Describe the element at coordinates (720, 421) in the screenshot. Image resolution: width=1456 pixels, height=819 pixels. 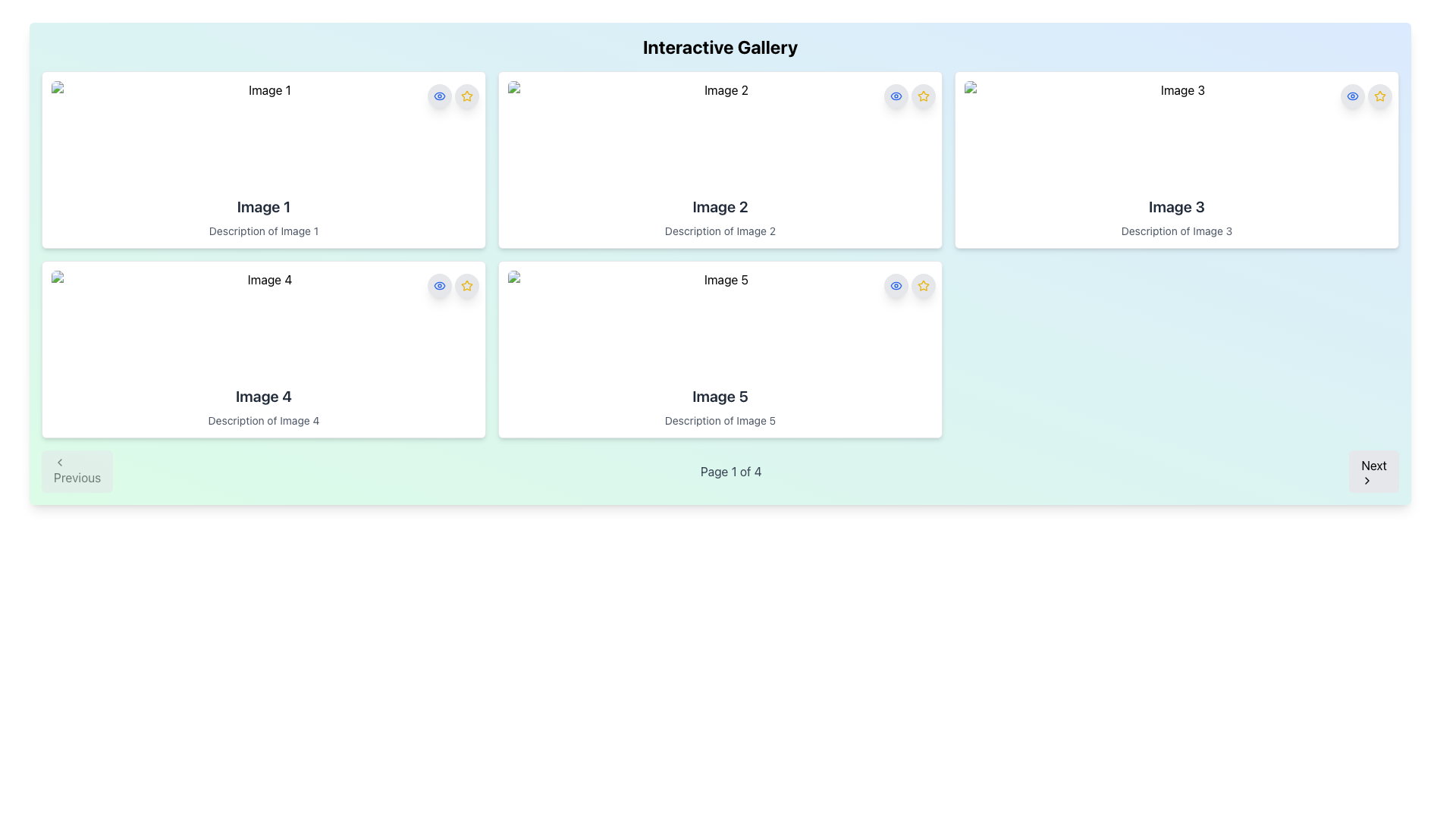
I see `the static text element that provides additional context for 'Image 5', located beneath the title 'Image 5' in the card positioned in the second row and third column` at that location.